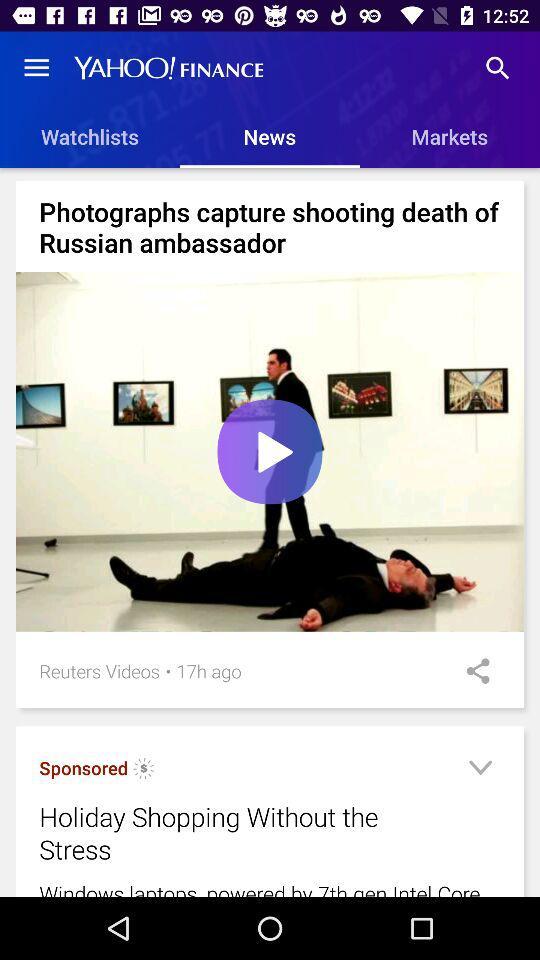 Image resolution: width=540 pixels, height=960 pixels. I want to click on expand more button, so click(479, 770).